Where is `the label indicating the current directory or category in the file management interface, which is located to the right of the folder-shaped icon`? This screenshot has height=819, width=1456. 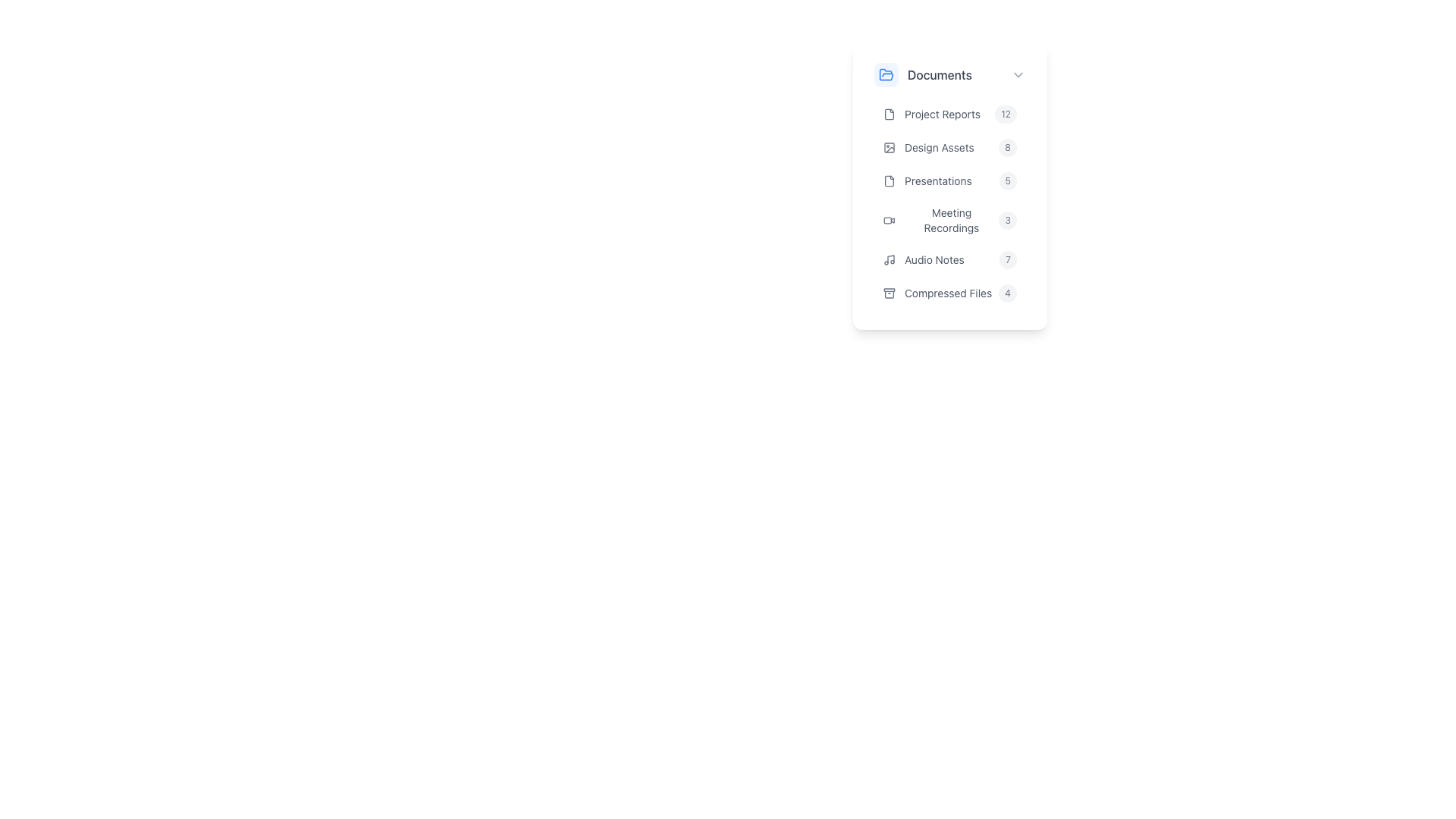
the label indicating the current directory or category in the file management interface, which is located to the right of the folder-shaped icon is located at coordinates (939, 75).